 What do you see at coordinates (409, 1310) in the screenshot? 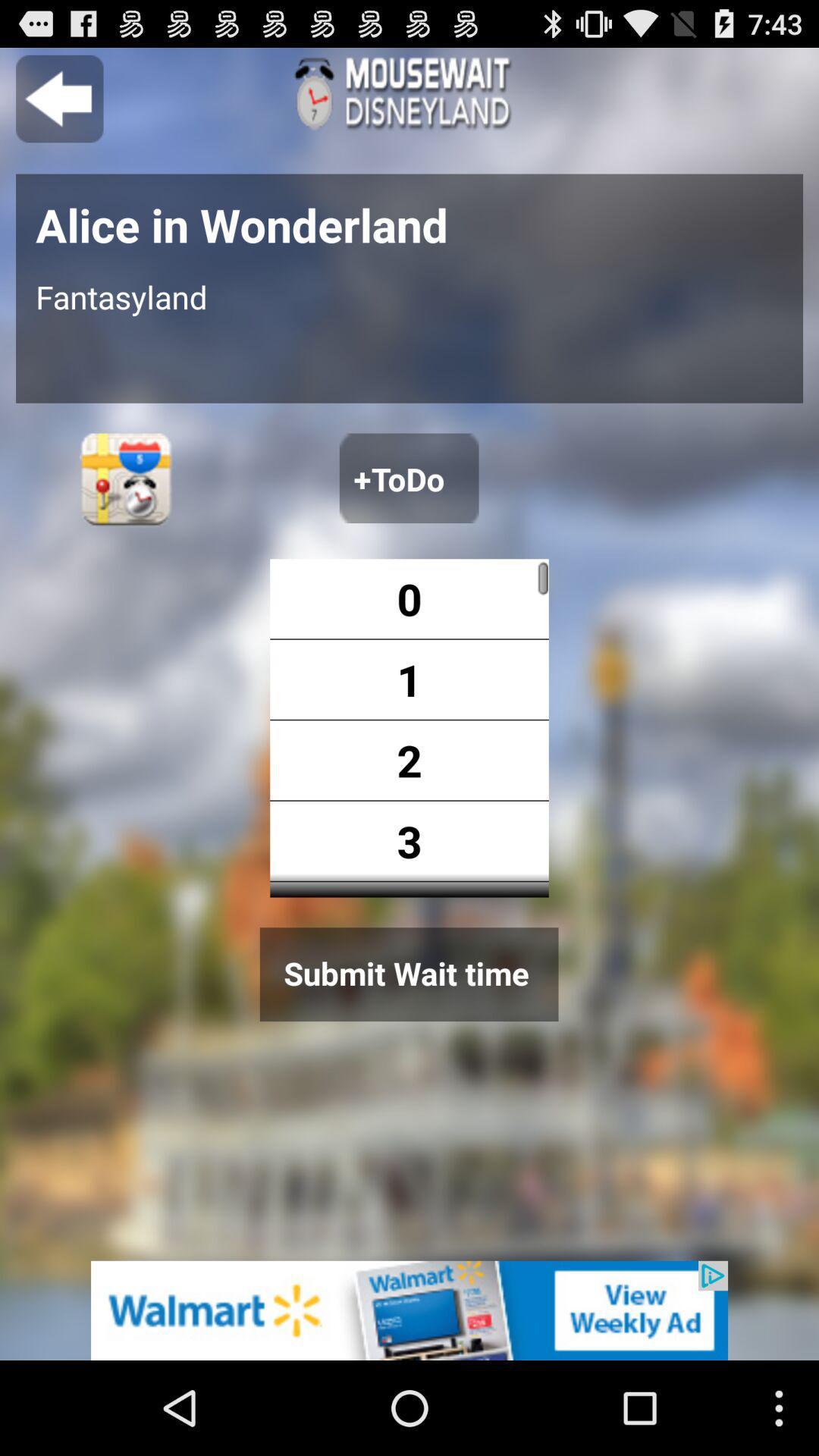
I see `advertisement` at bounding box center [409, 1310].